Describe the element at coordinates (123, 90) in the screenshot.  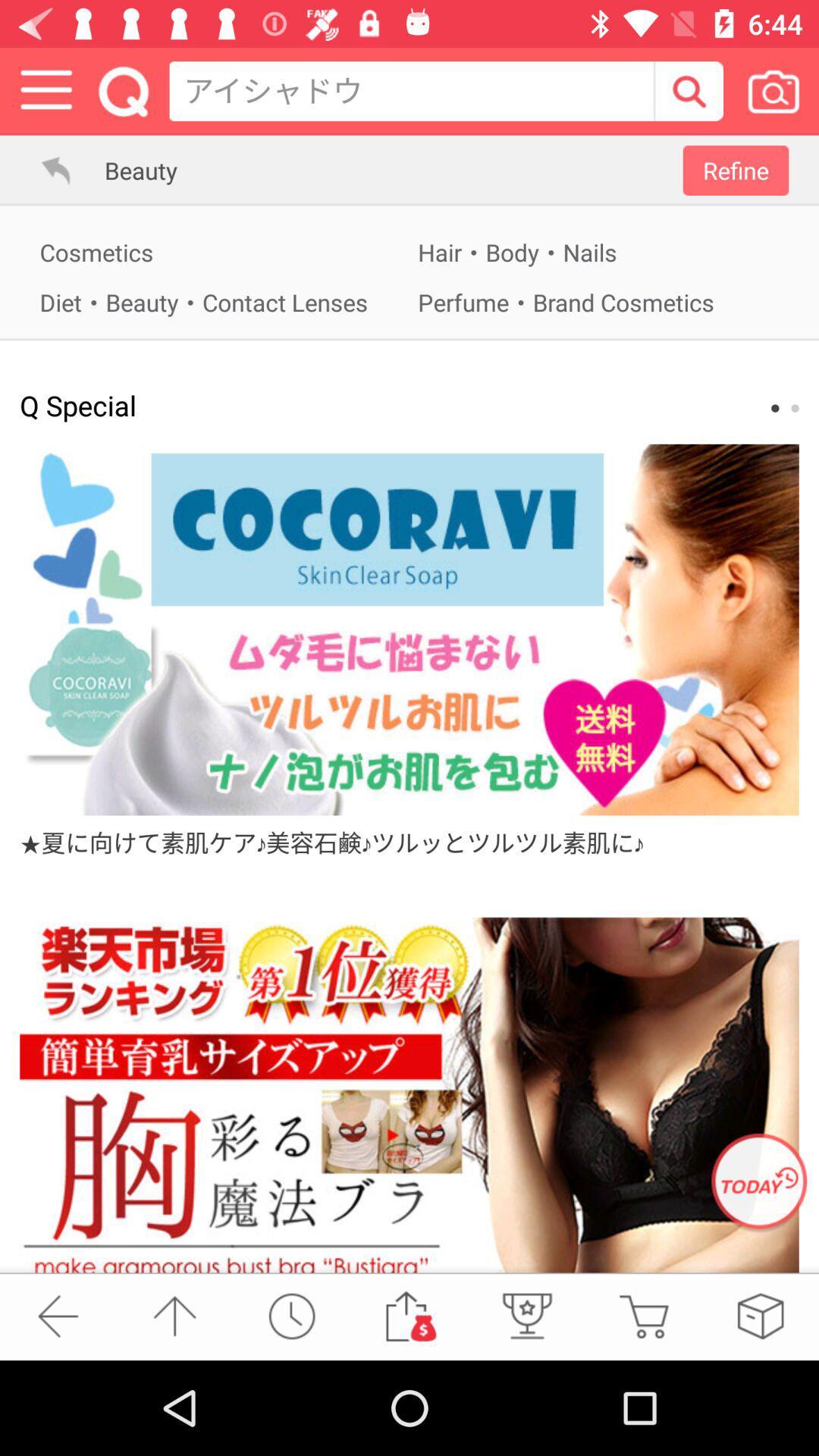
I see `logo beside menu bar` at that location.